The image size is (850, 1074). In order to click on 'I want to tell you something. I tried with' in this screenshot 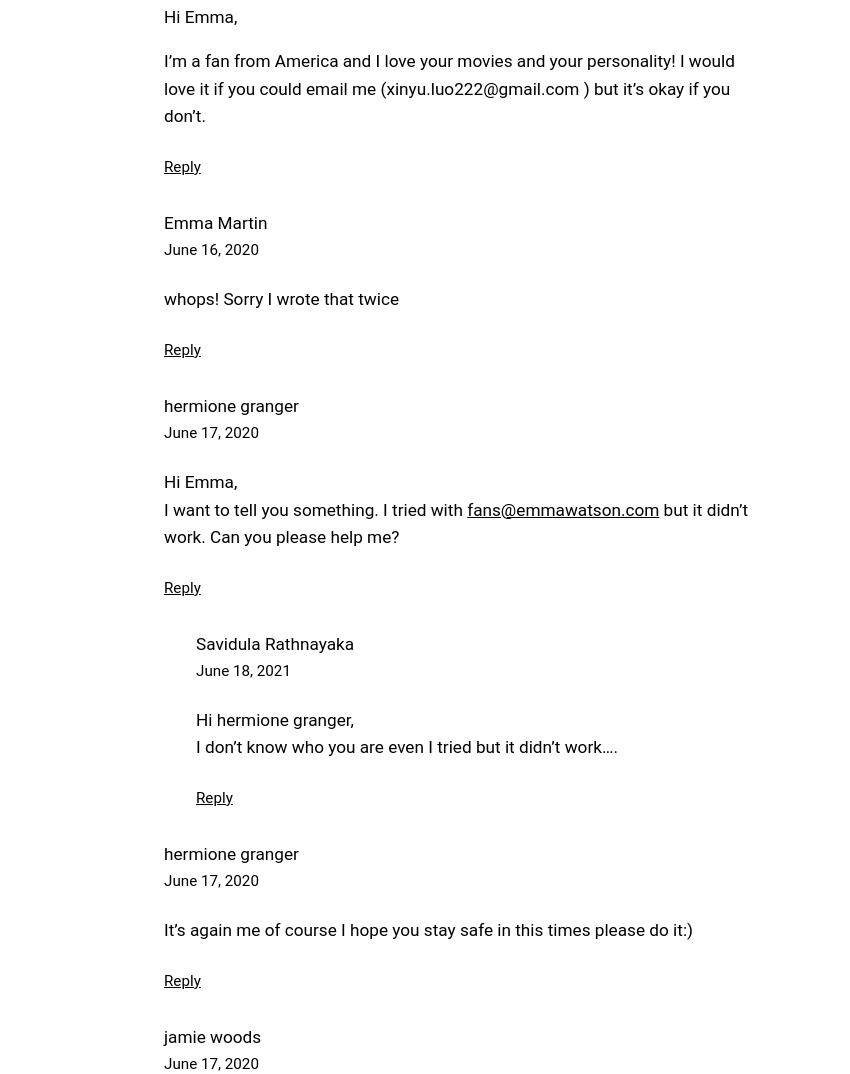, I will do `click(315, 508)`.